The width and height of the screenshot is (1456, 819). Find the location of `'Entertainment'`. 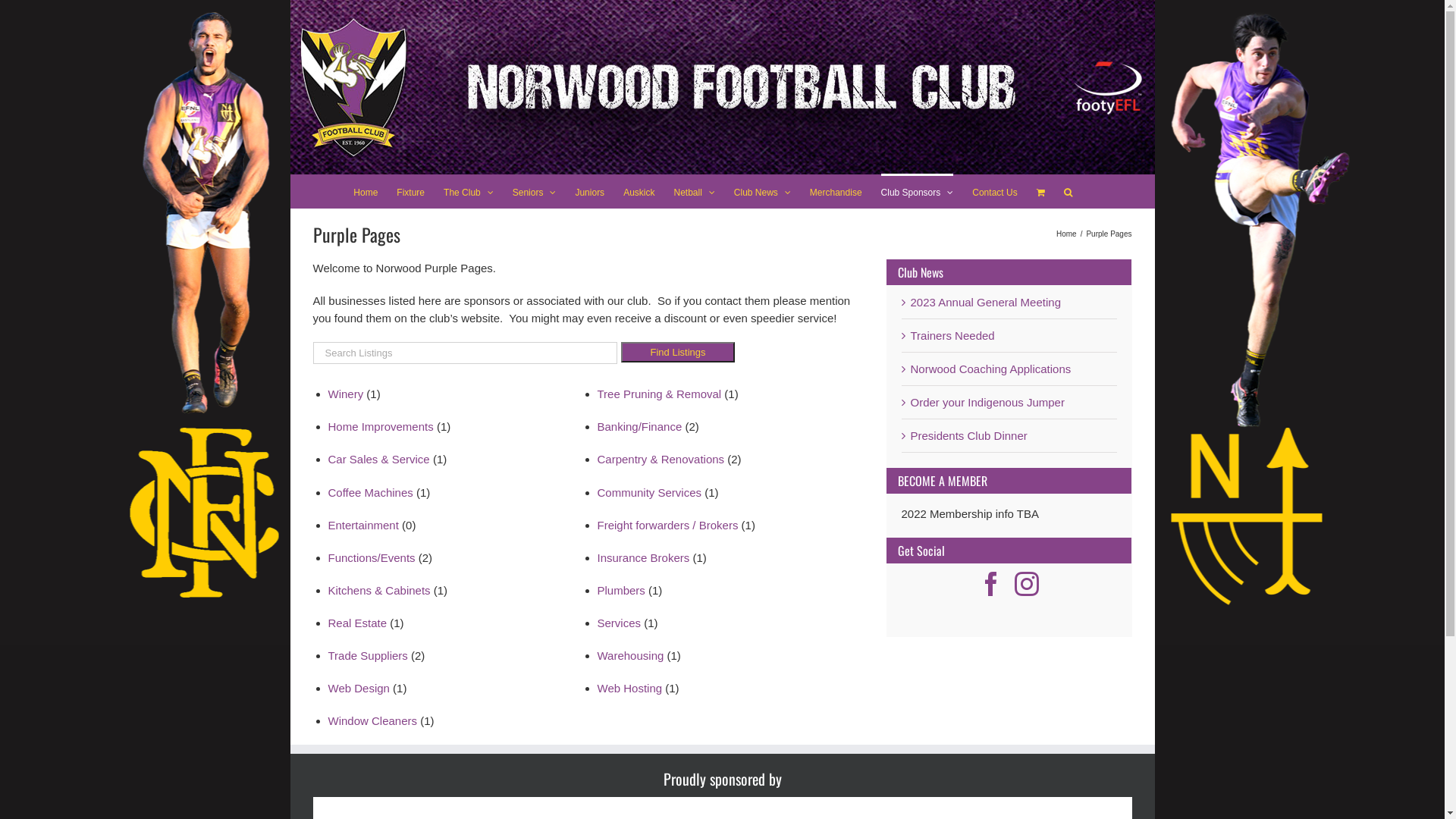

'Entertainment' is located at coordinates (362, 524).